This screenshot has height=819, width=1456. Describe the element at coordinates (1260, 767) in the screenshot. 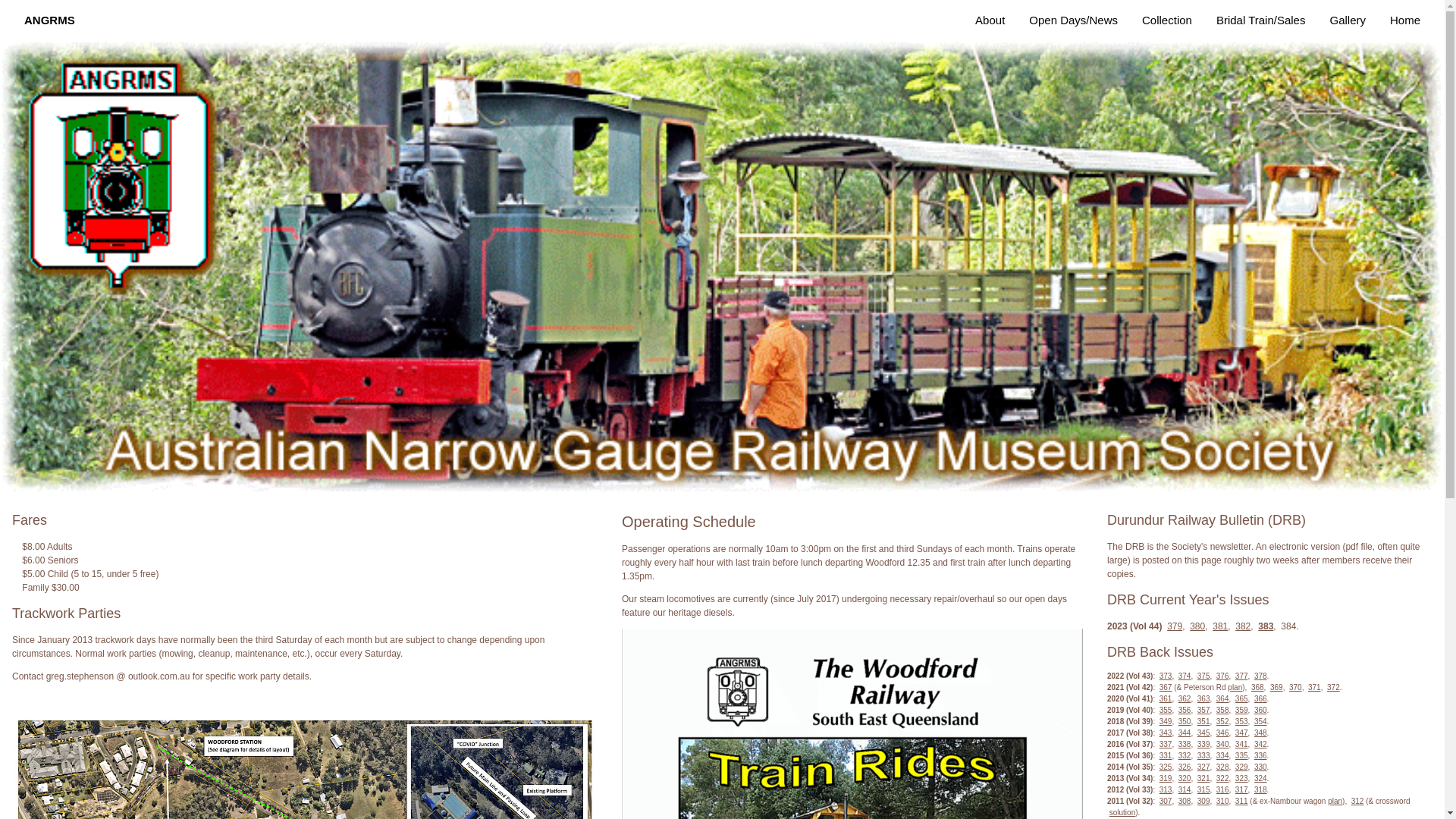

I see `'330'` at that location.